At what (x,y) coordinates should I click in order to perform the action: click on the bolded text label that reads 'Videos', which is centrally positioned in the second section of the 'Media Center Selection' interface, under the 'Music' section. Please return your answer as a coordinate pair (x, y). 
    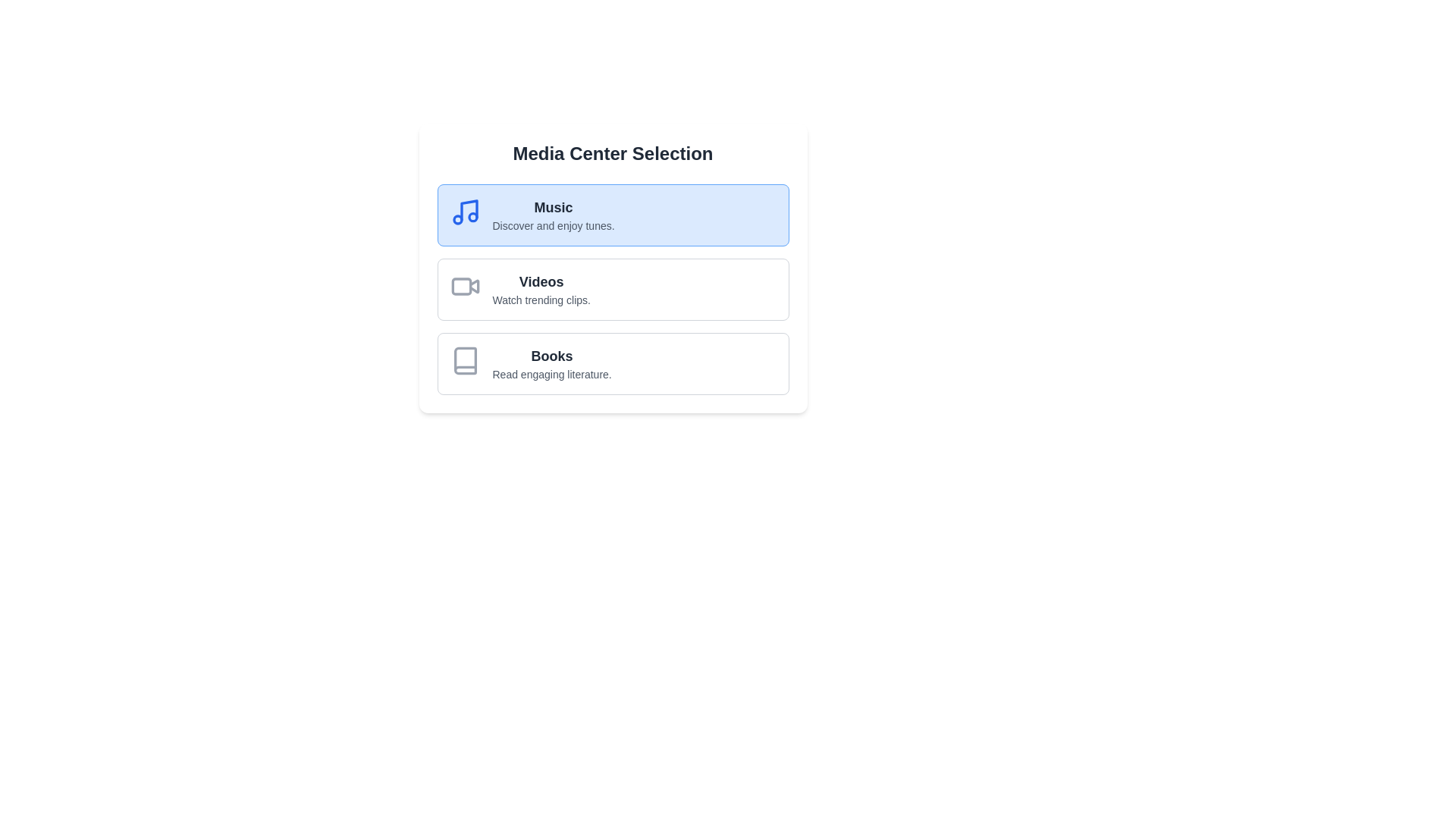
    Looking at the image, I should click on (541, 281).